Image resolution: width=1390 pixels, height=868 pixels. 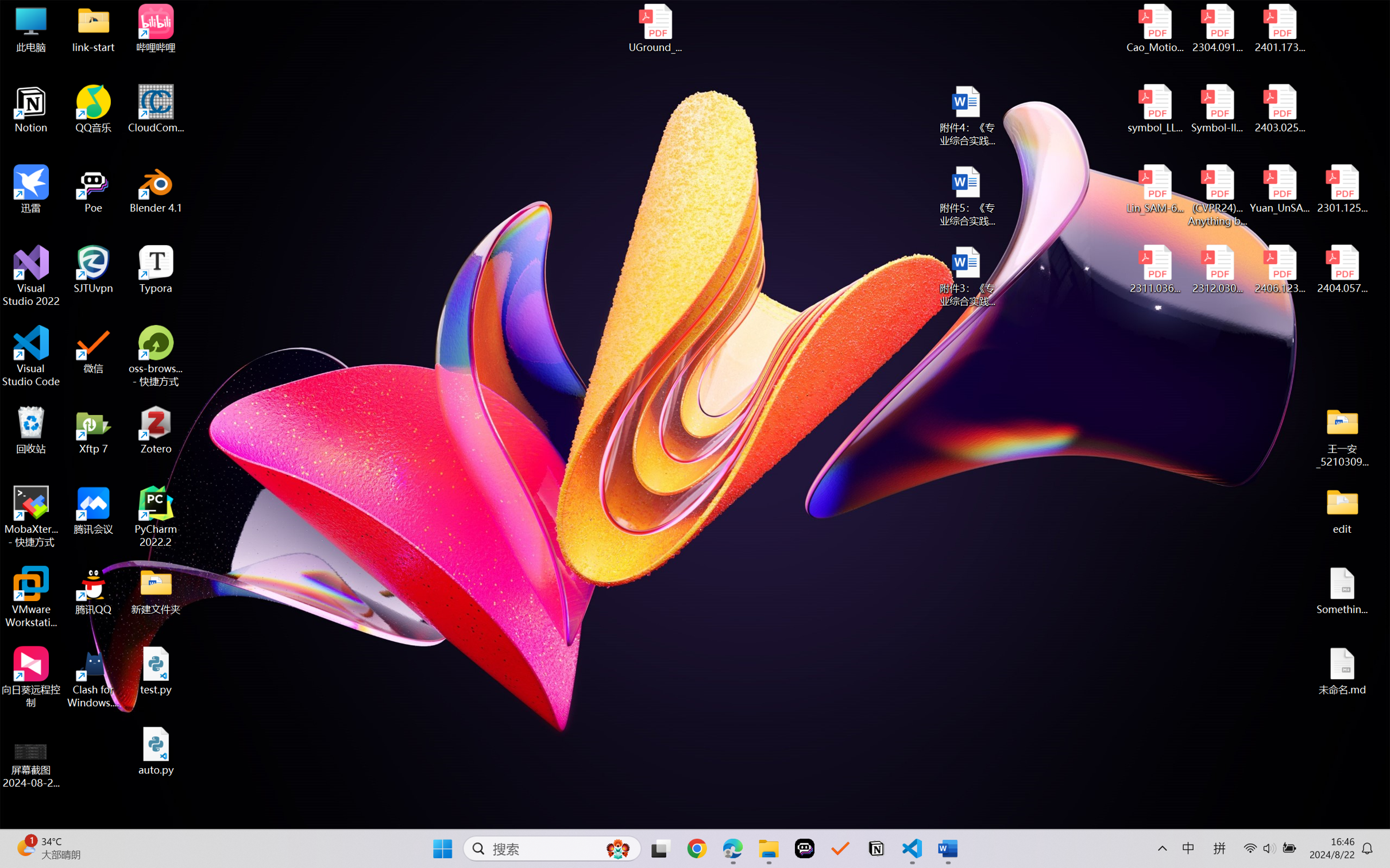 What do you see at coordinates (1217, 28) in the screenshot?
I see `'2304.09121v3.pdf'` at bounding box center [1217, 28].